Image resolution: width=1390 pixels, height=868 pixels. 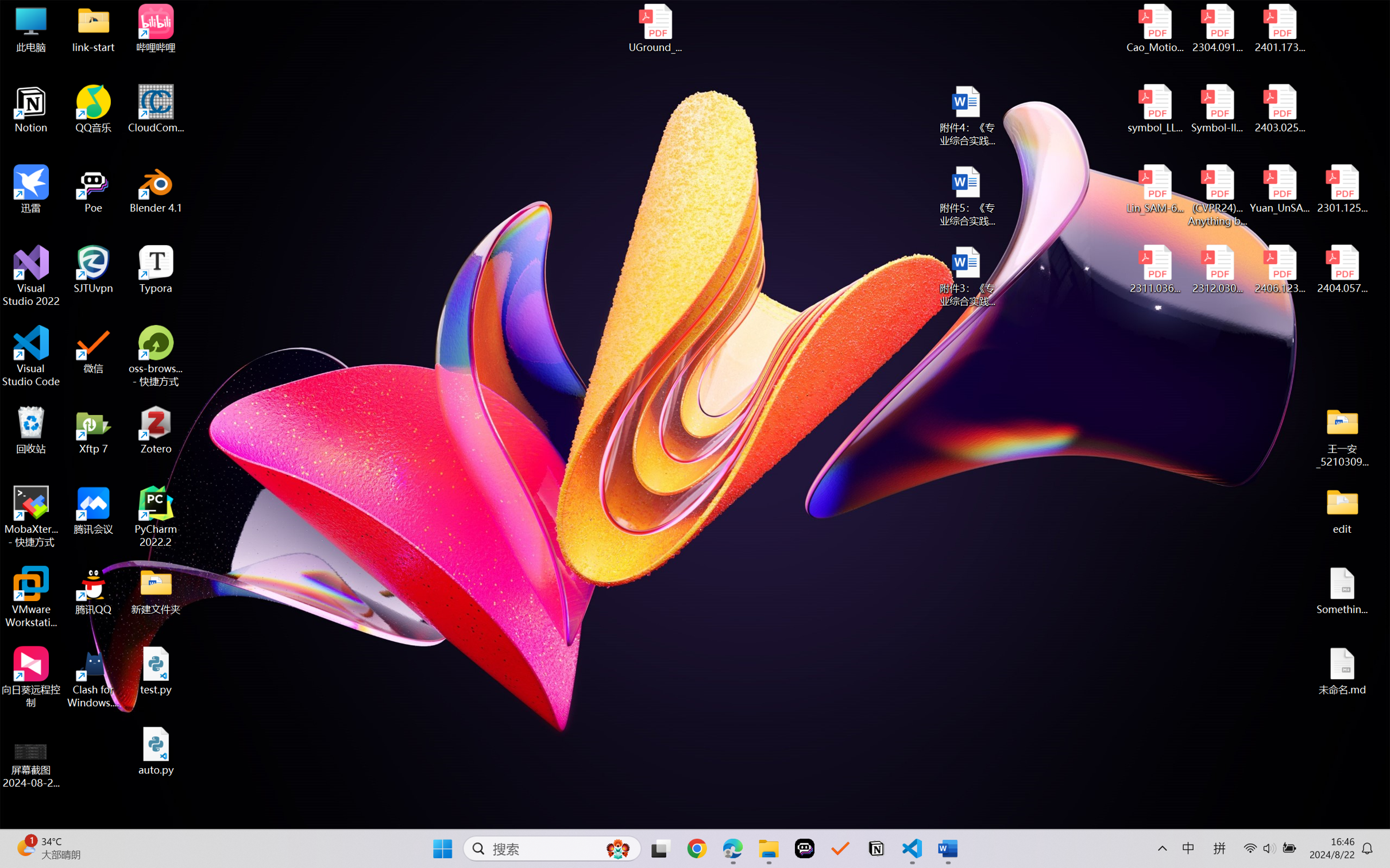 What do you see at coordinates (1217, 28) in the screenshot?
I see `'2304.09121v3.pdf'` at bounding box center [1217, 28].